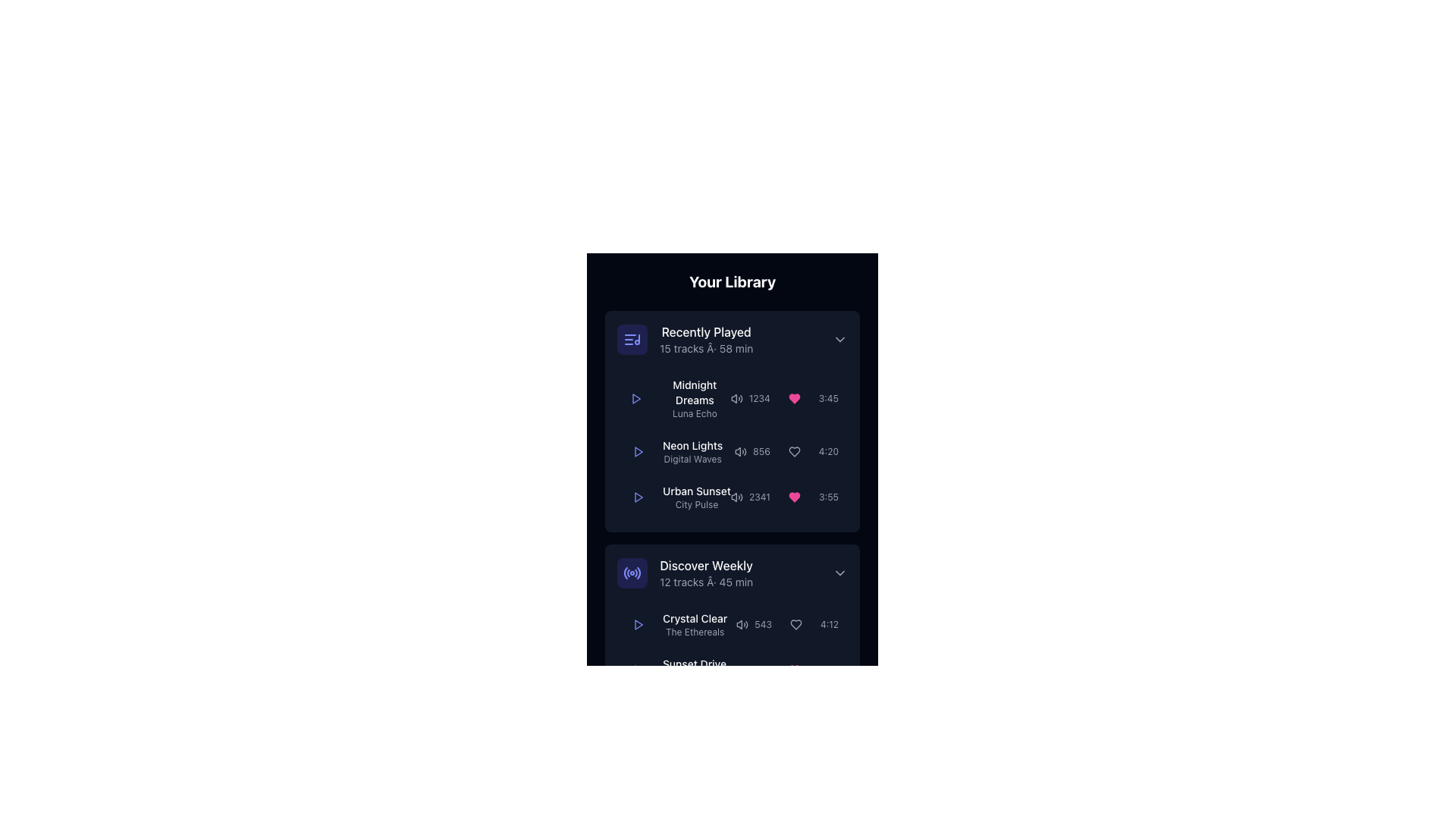 This screenshot has width=1456, height=819. I want to click on the play button located prominently within the left part of the Discover Weekly section to initiate playback of the associated audio or video content, so click(638, 804).